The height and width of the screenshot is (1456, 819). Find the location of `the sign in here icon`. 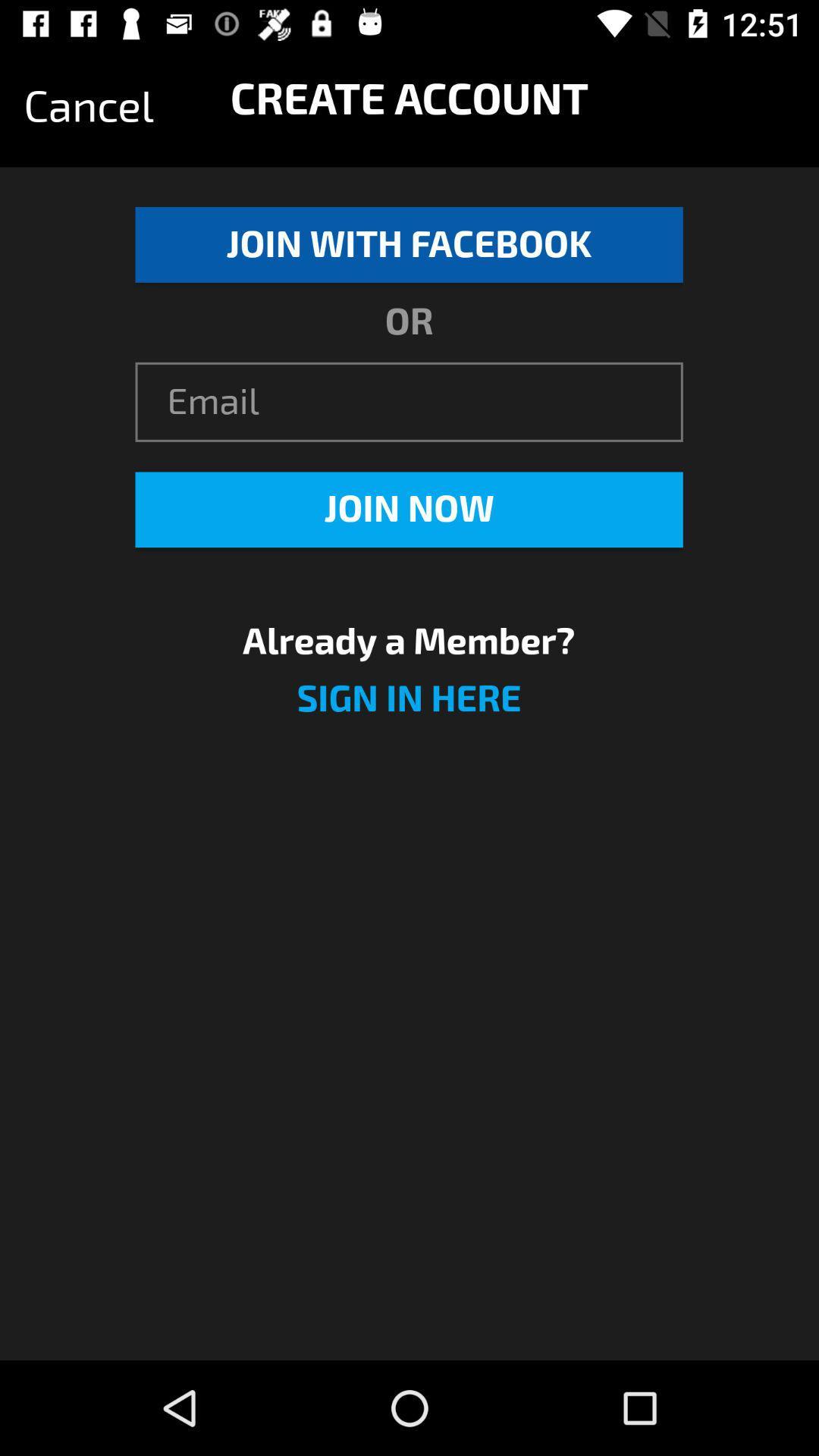

the sign in here icon is located at coordinates (408, 708).